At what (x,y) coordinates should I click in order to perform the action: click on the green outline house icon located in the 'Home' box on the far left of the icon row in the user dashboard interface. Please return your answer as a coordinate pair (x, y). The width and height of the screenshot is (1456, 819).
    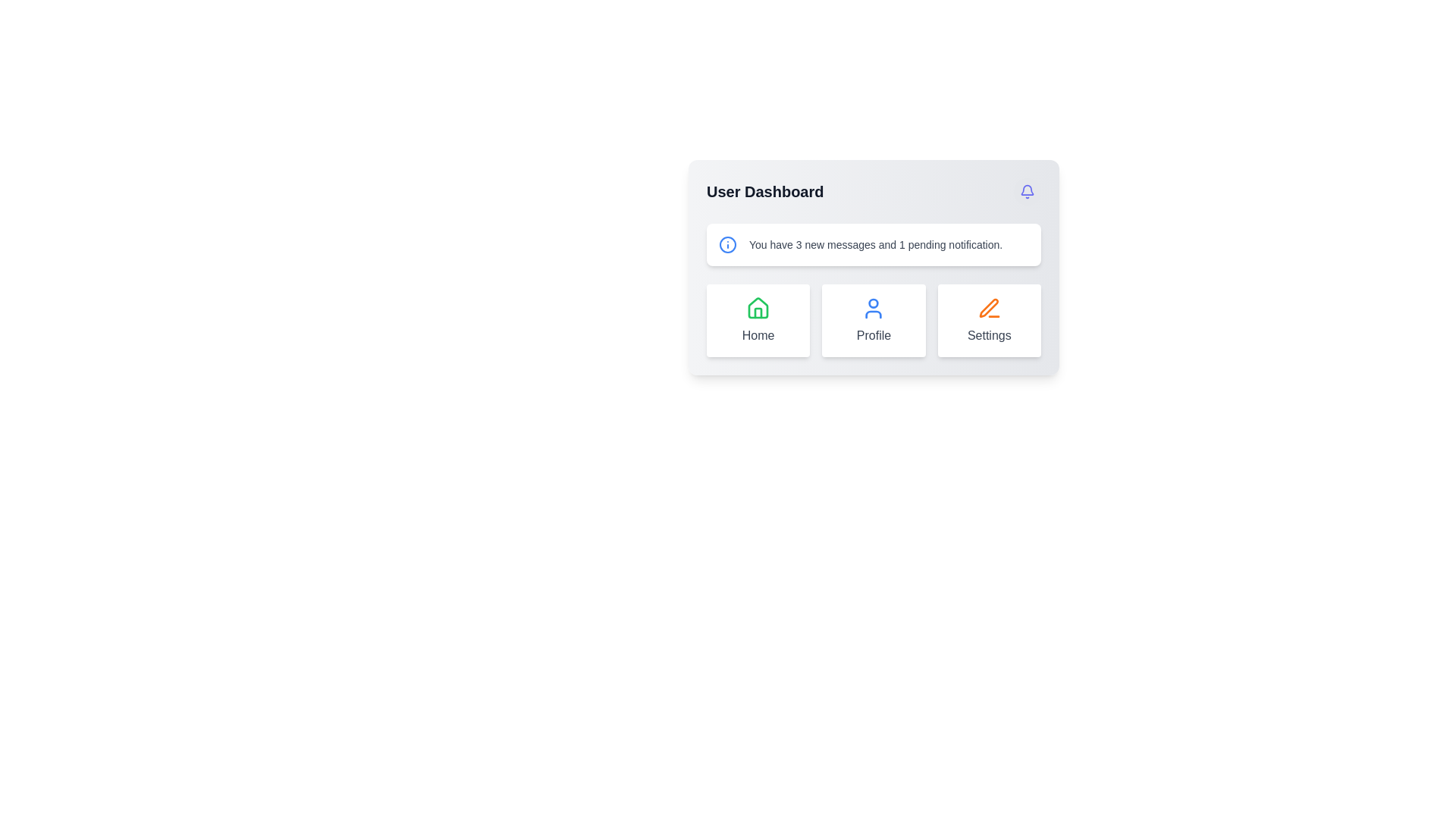
    Looking at the image, I should click on (758, 307).